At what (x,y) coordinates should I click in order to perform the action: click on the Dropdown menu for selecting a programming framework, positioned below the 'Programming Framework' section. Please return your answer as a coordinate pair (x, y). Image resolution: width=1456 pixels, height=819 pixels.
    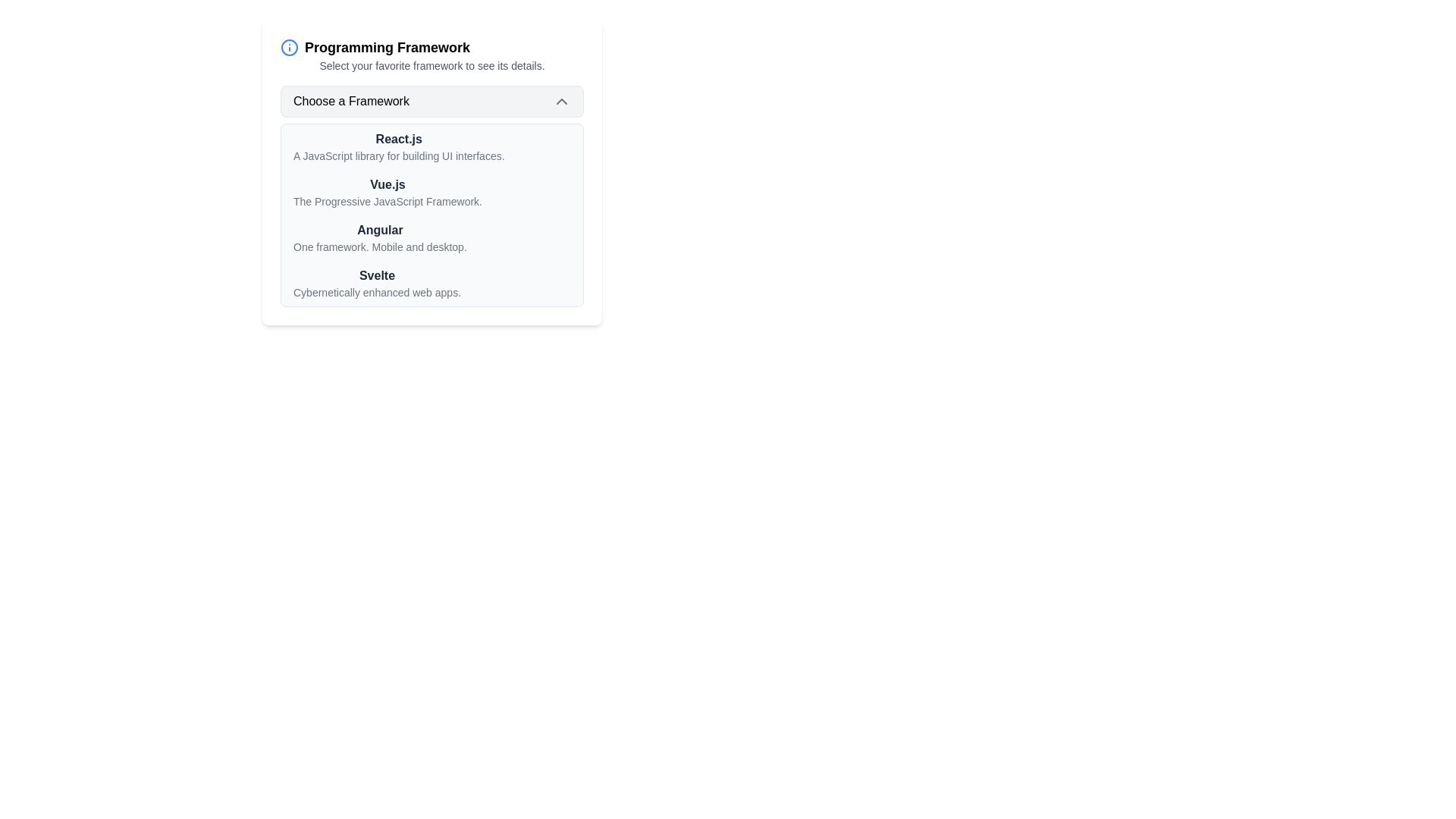
    Looking at the image, I should click on (431, 195).